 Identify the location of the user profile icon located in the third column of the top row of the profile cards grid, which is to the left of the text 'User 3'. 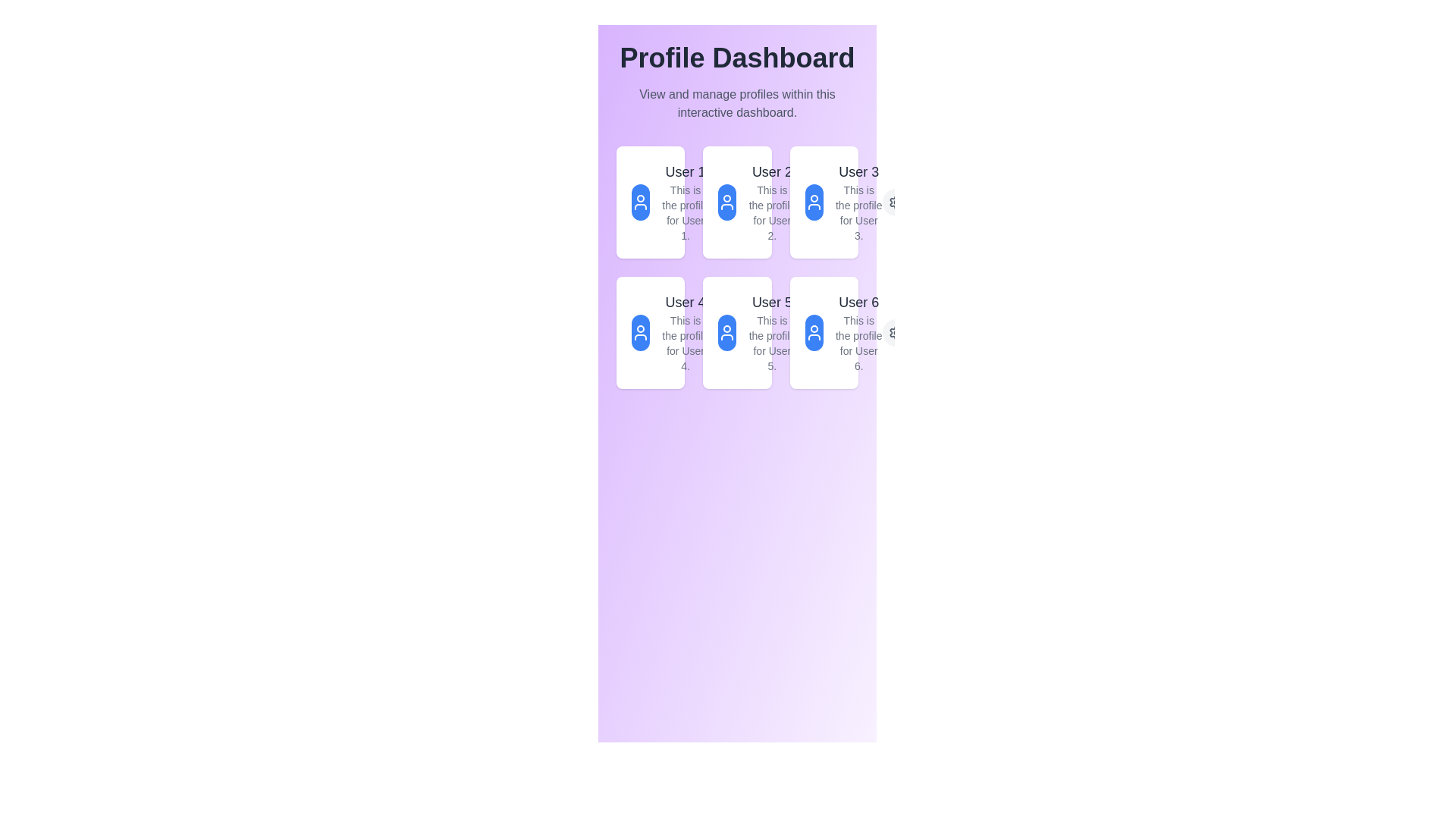
(813, 201).